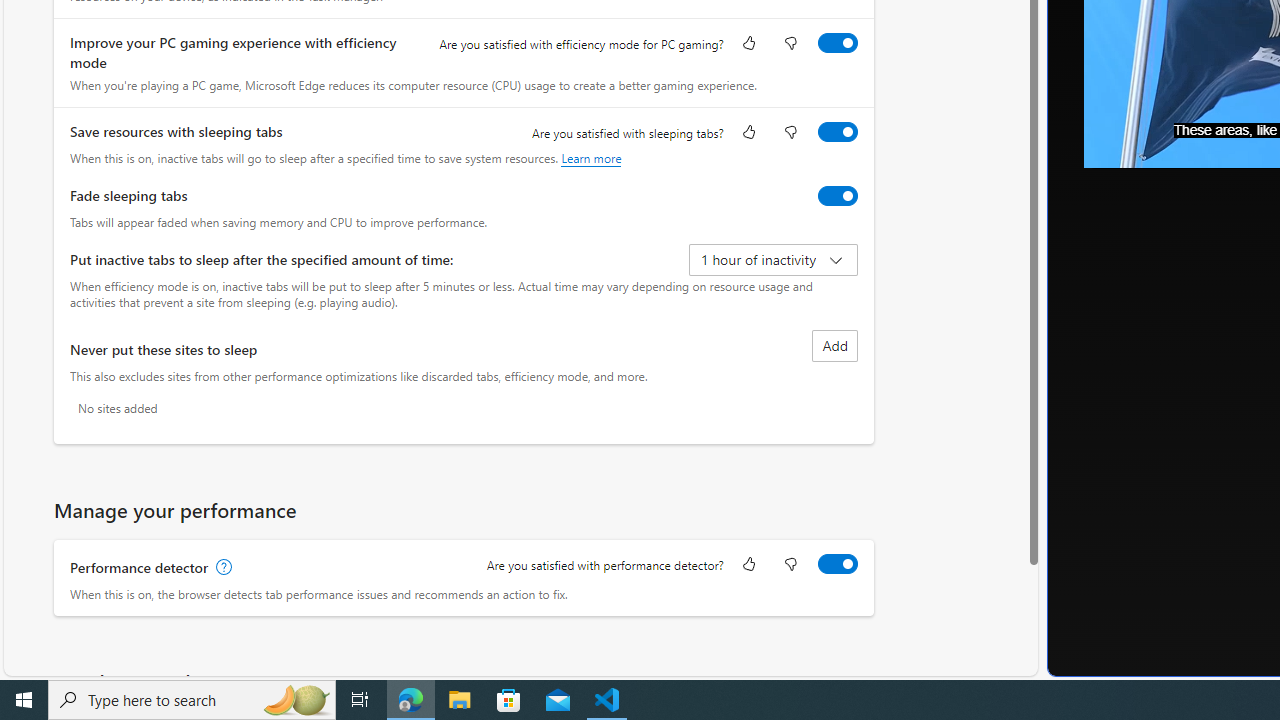 The width and height of the screenshot is (1280, 720). Describe the element at coordinates (837, 131) in the screenshot. I see `'Save resources with sleeping tabs'` at that location.